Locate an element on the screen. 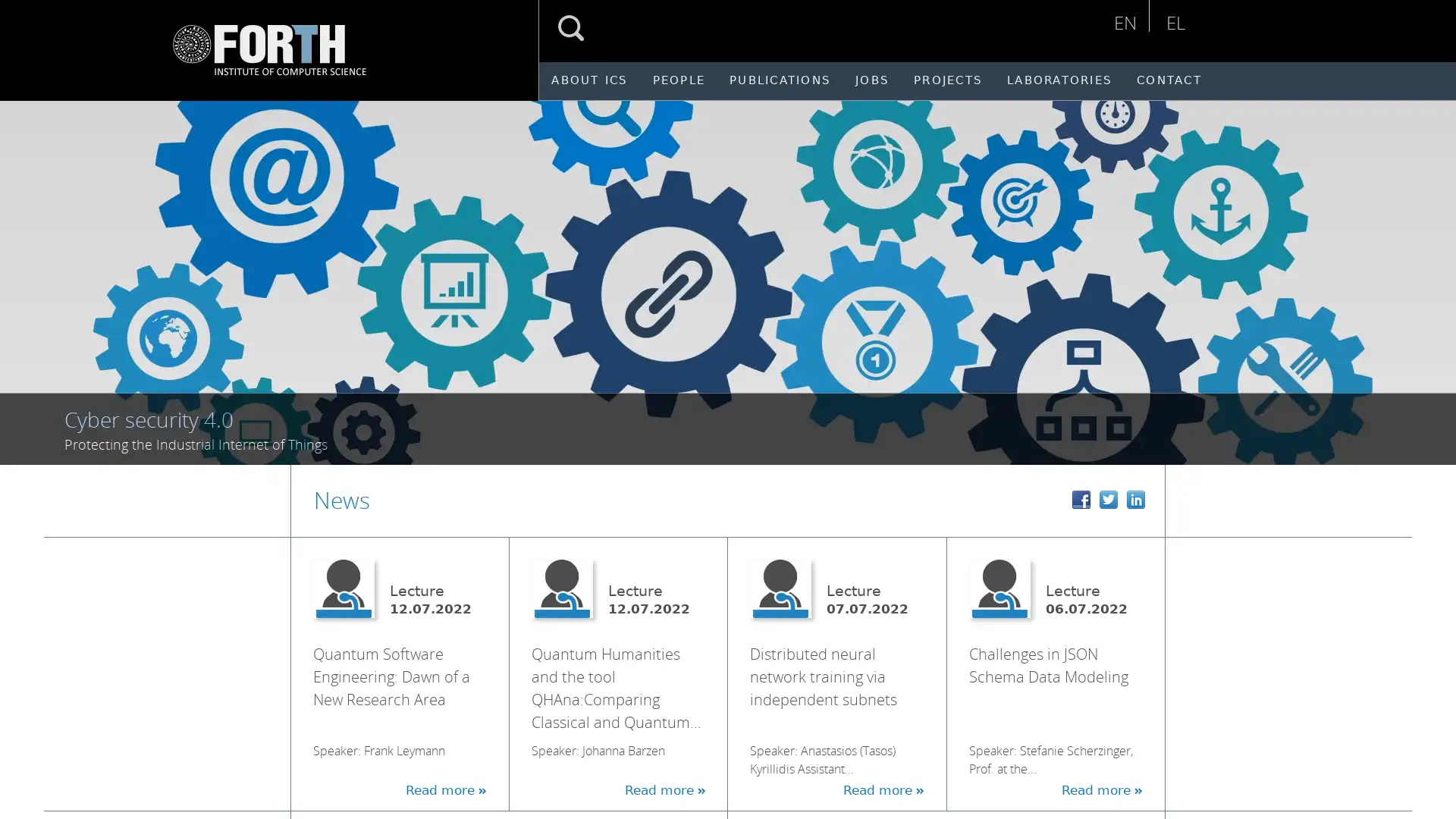  Submit Search Button is located at coordinates (570, 28).